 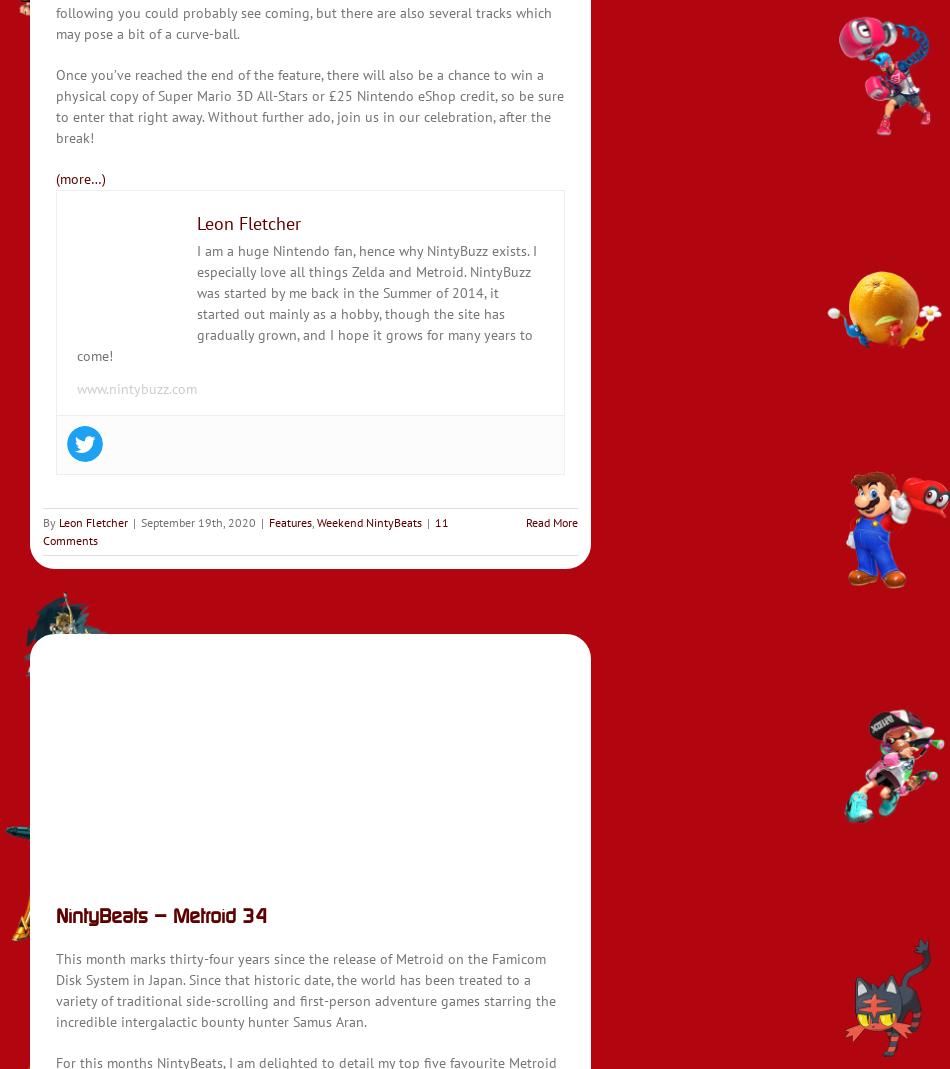 What do you see at coordinates (306, 302) in the screenshot?
I see `'I am a huge Nintendo fan, hence why NintyBuzz exists. I especially love all things Zelda and Metroid. NintyBuzz was started by me back in the Summer of 2014, it started out mainly as a hobby, though the site has gradually grown, and I hope it grows for many years to come!'` at bounding box center [306, 302].